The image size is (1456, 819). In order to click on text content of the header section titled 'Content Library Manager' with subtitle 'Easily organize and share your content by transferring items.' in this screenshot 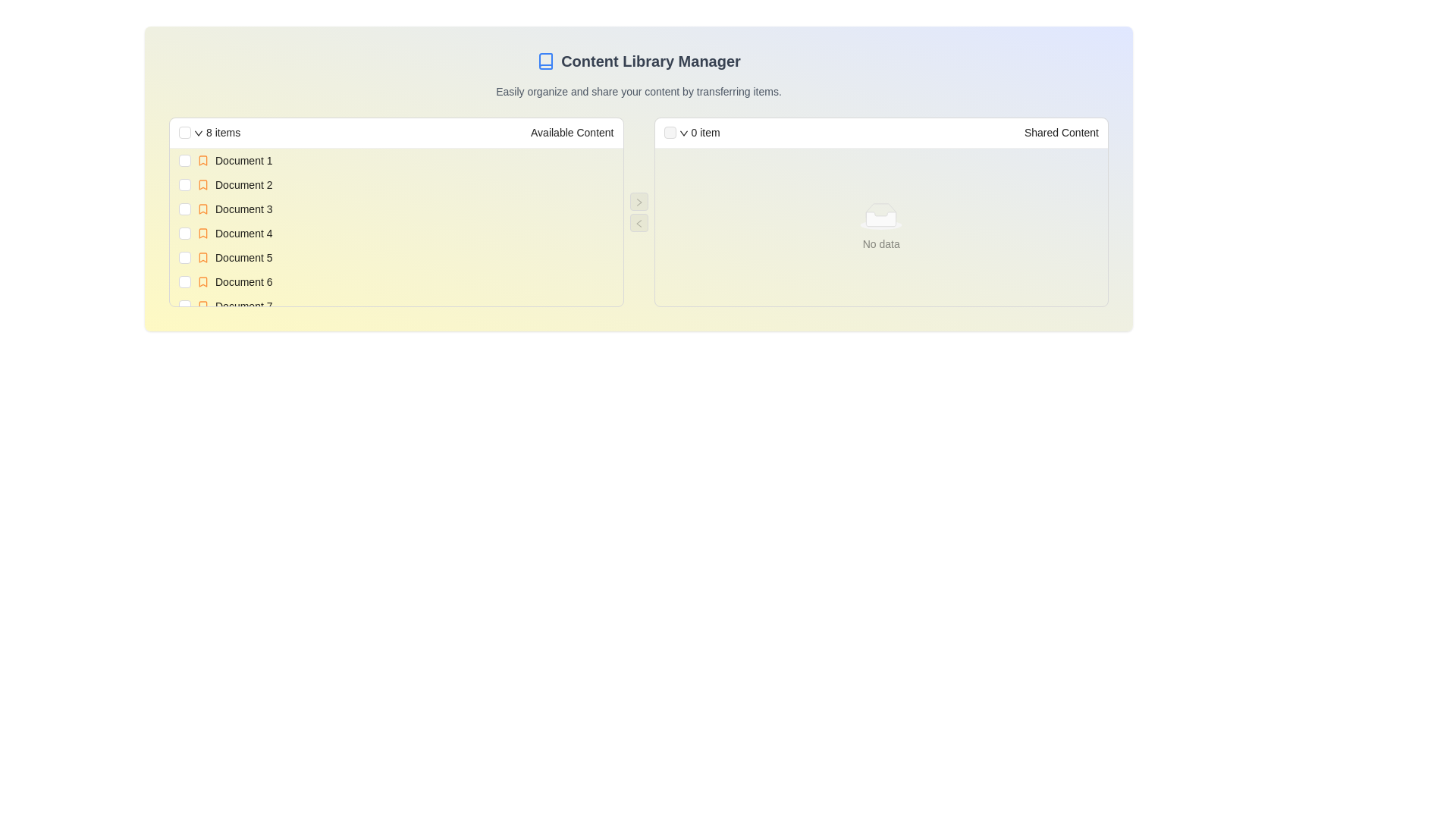, I will do `click(639, 75)`.